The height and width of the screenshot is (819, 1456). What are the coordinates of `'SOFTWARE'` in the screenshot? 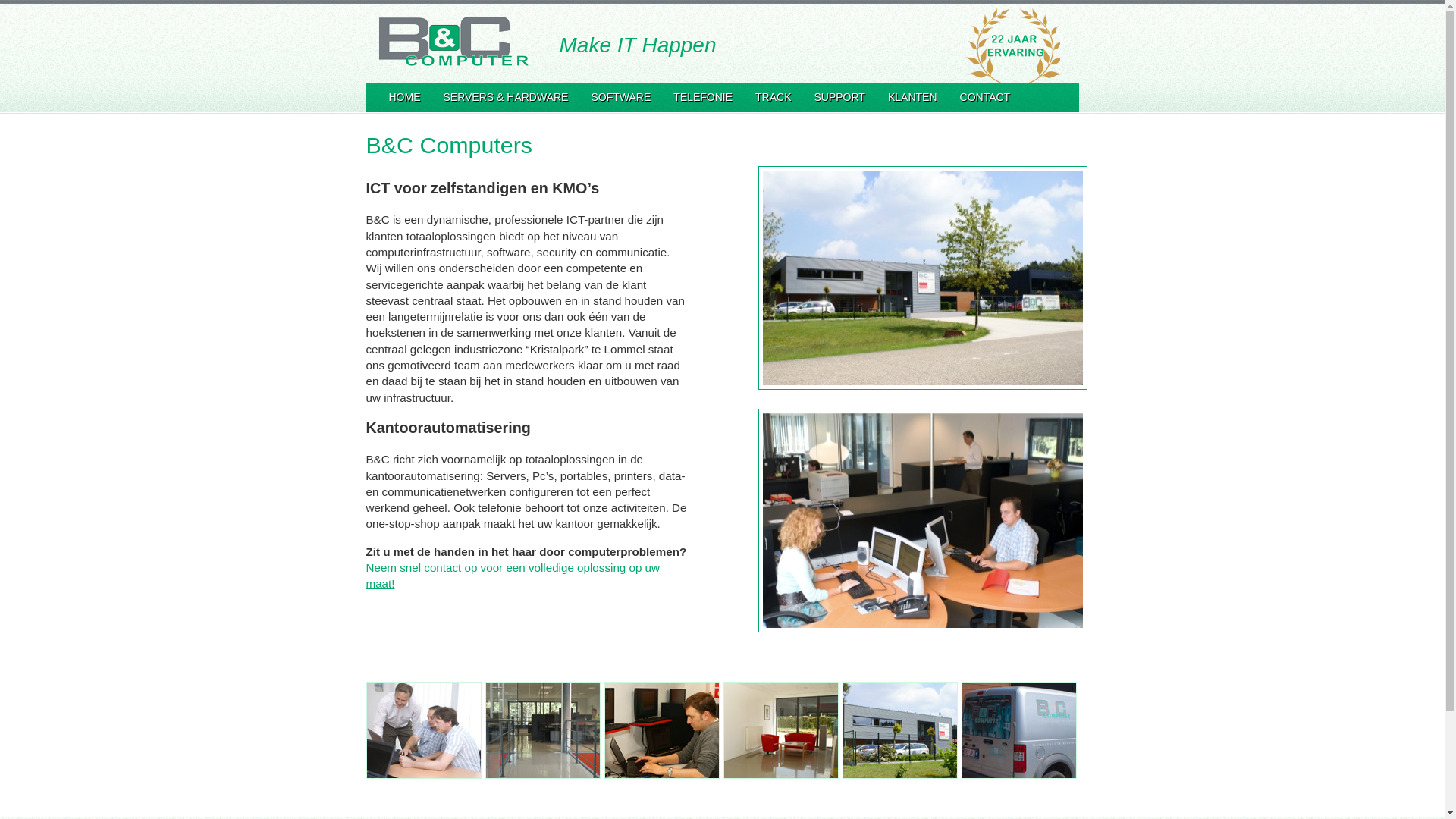 It's located at (620, 97).